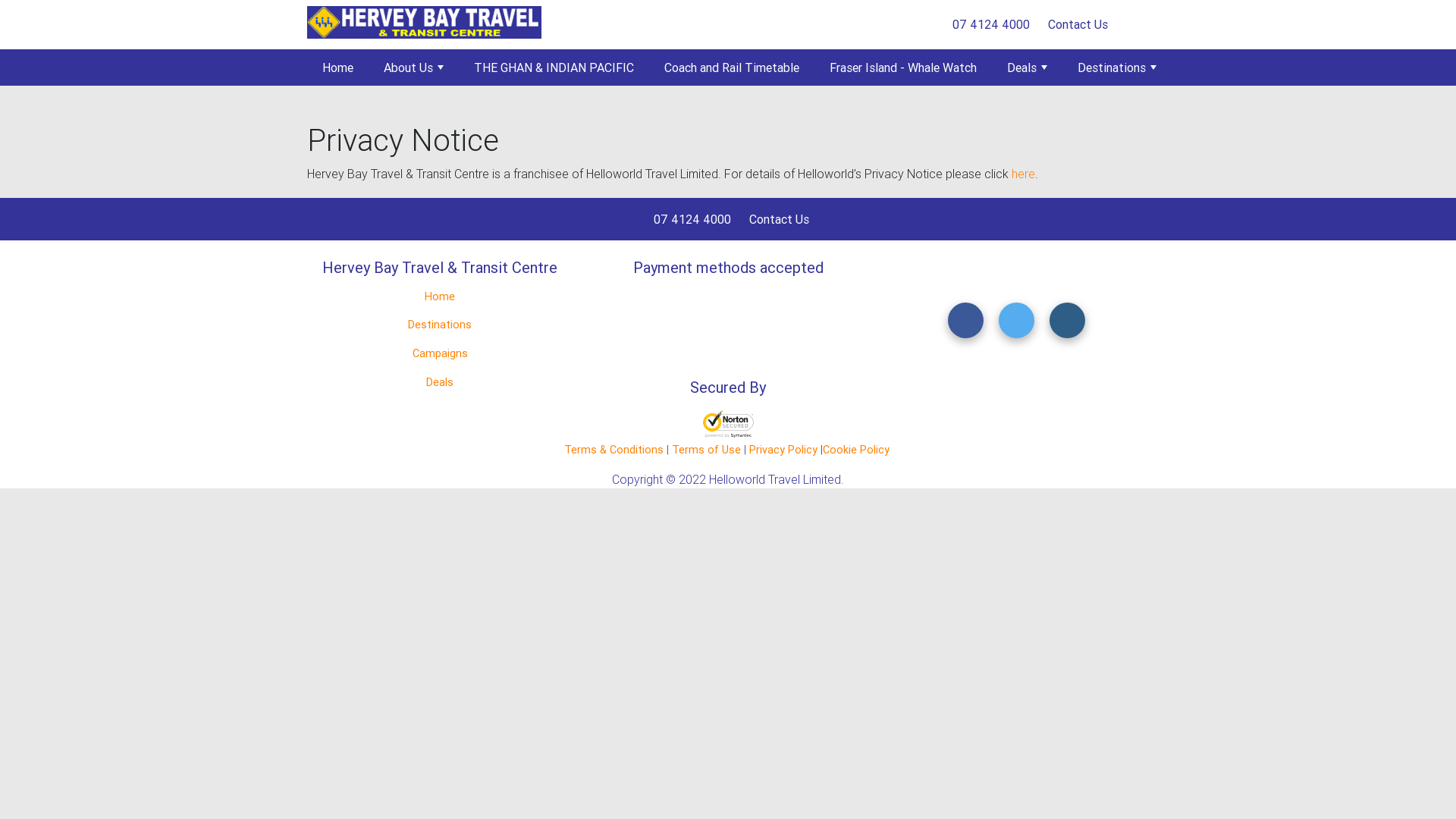 This screenshot has height=819, width=1456. I want to click on 'Privacy Policy', so click(783, 449).